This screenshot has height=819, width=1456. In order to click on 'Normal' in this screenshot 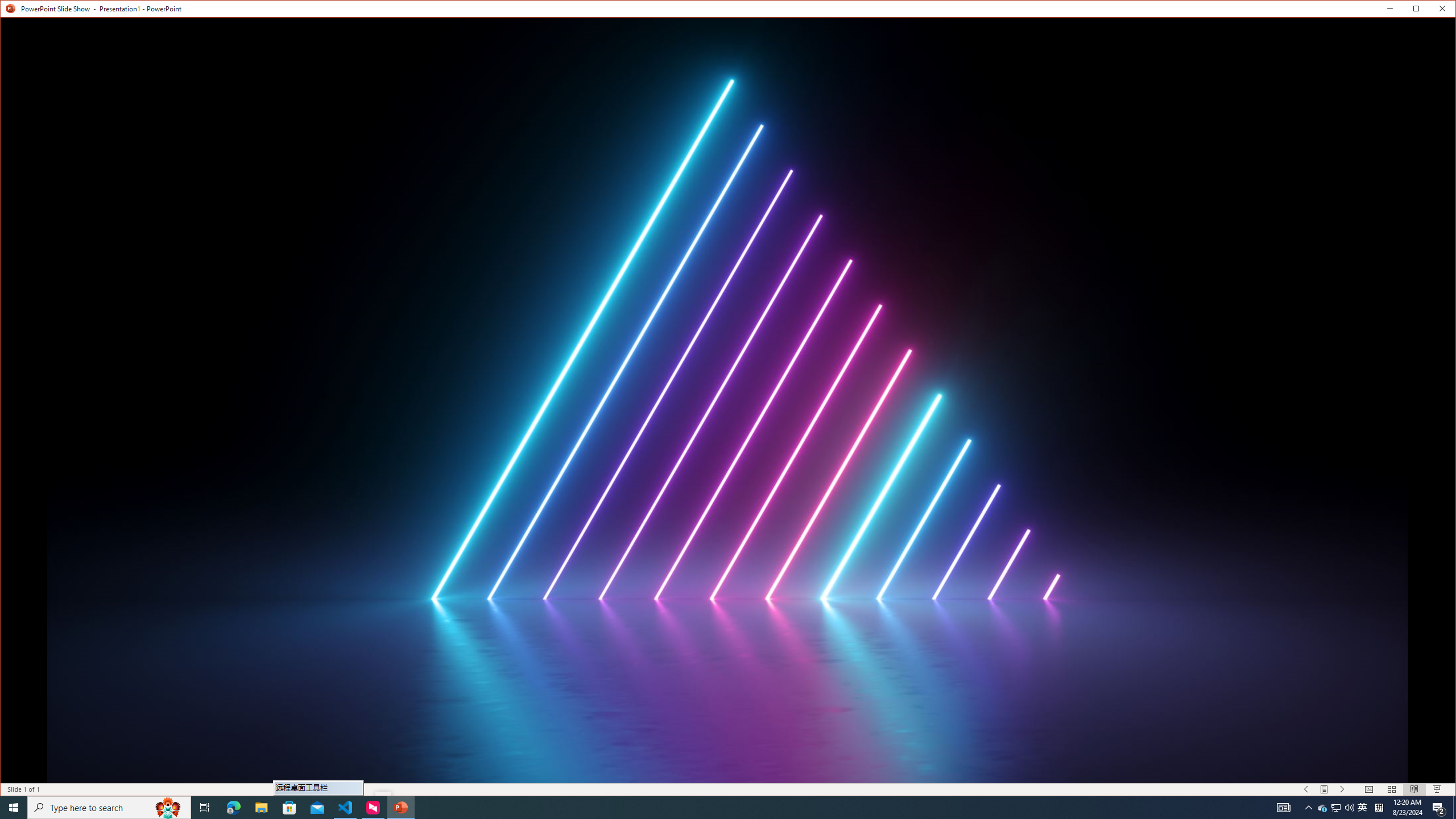, I will do `click(1368, 789)`.